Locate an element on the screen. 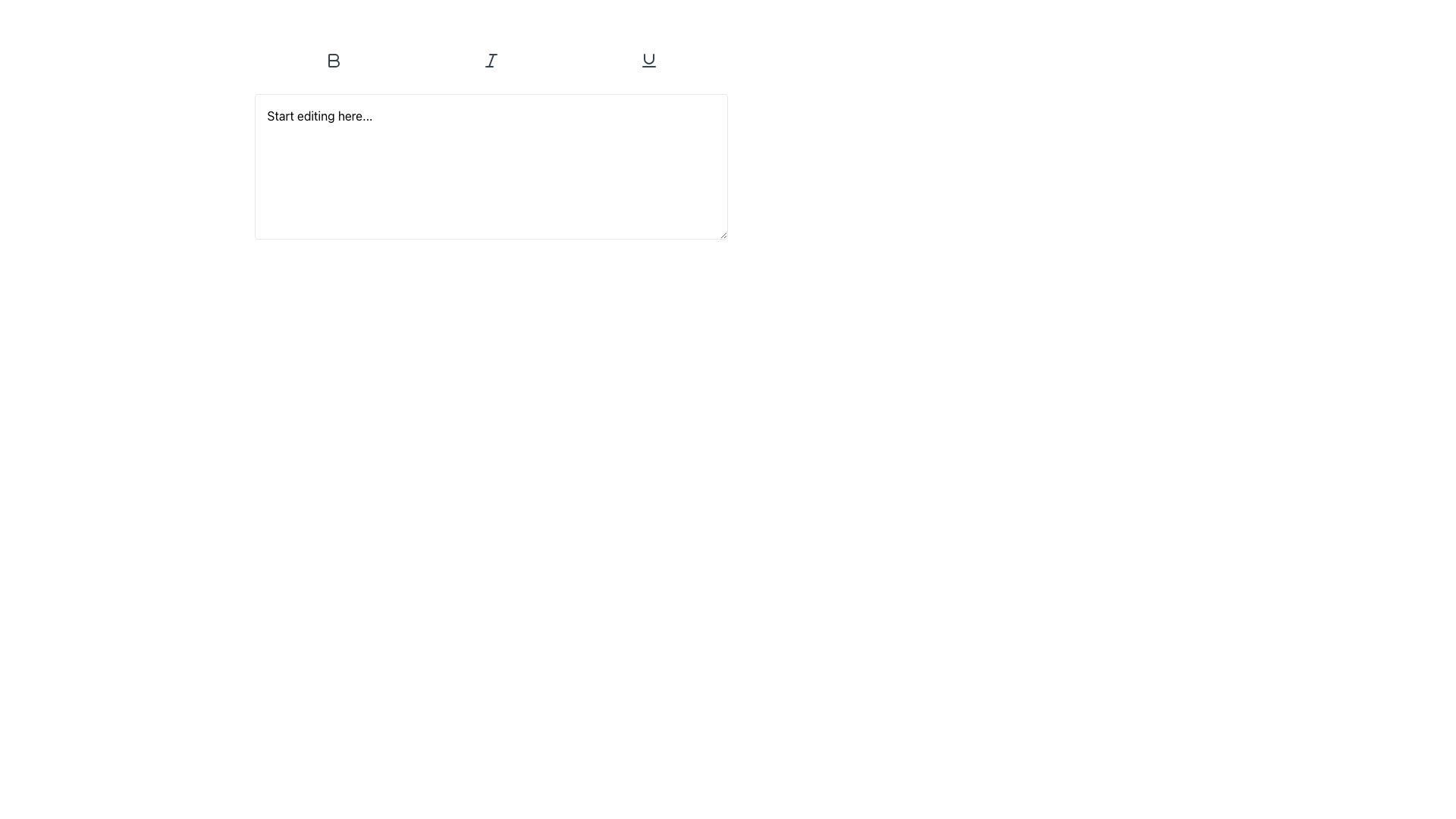 This screenshot has width=1456, height=819. the bold button in the formatting toolbar is located at coordinates (332, 60).